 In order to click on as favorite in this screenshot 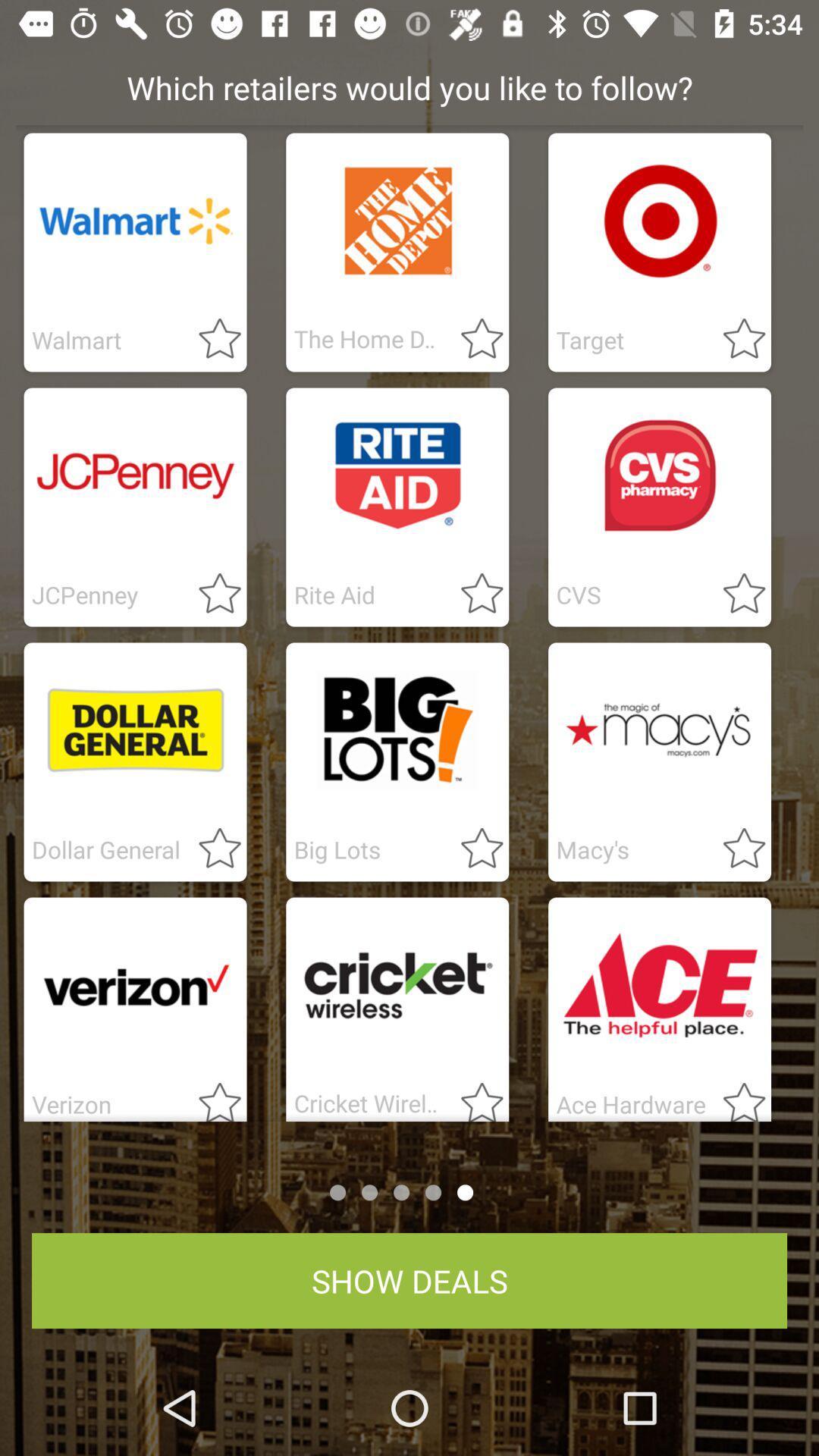, I will do `click(472, 1097)`.